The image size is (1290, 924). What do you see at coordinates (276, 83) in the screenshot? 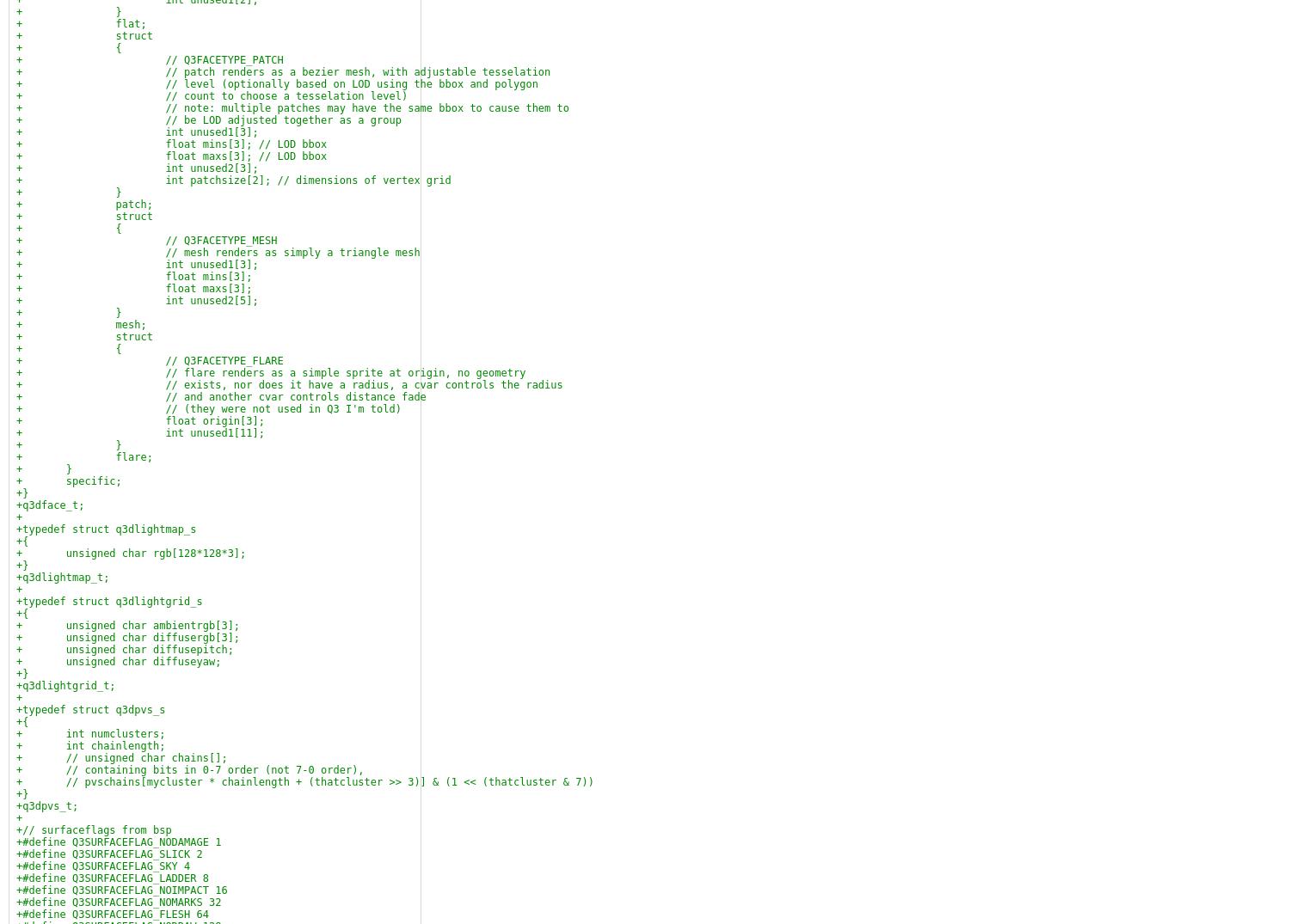
I see `'+                       // level (optionally based on LOD using the bbox and polygon'` at bounding box center [276, 83].